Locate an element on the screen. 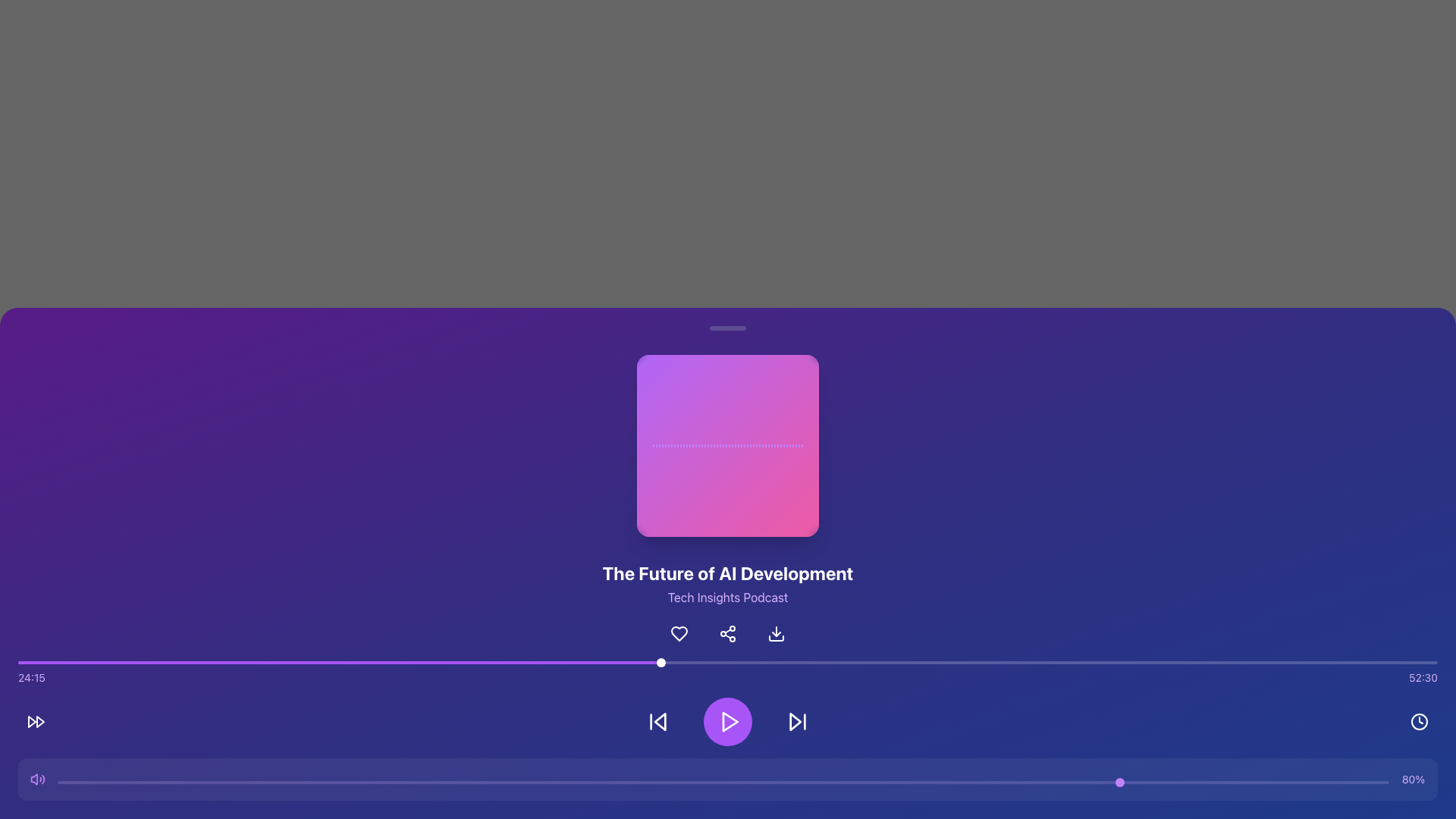 The image size is (1456, 819). the play icon located within the circular purple button in the bottom control area is located at coordinates (729, 721).